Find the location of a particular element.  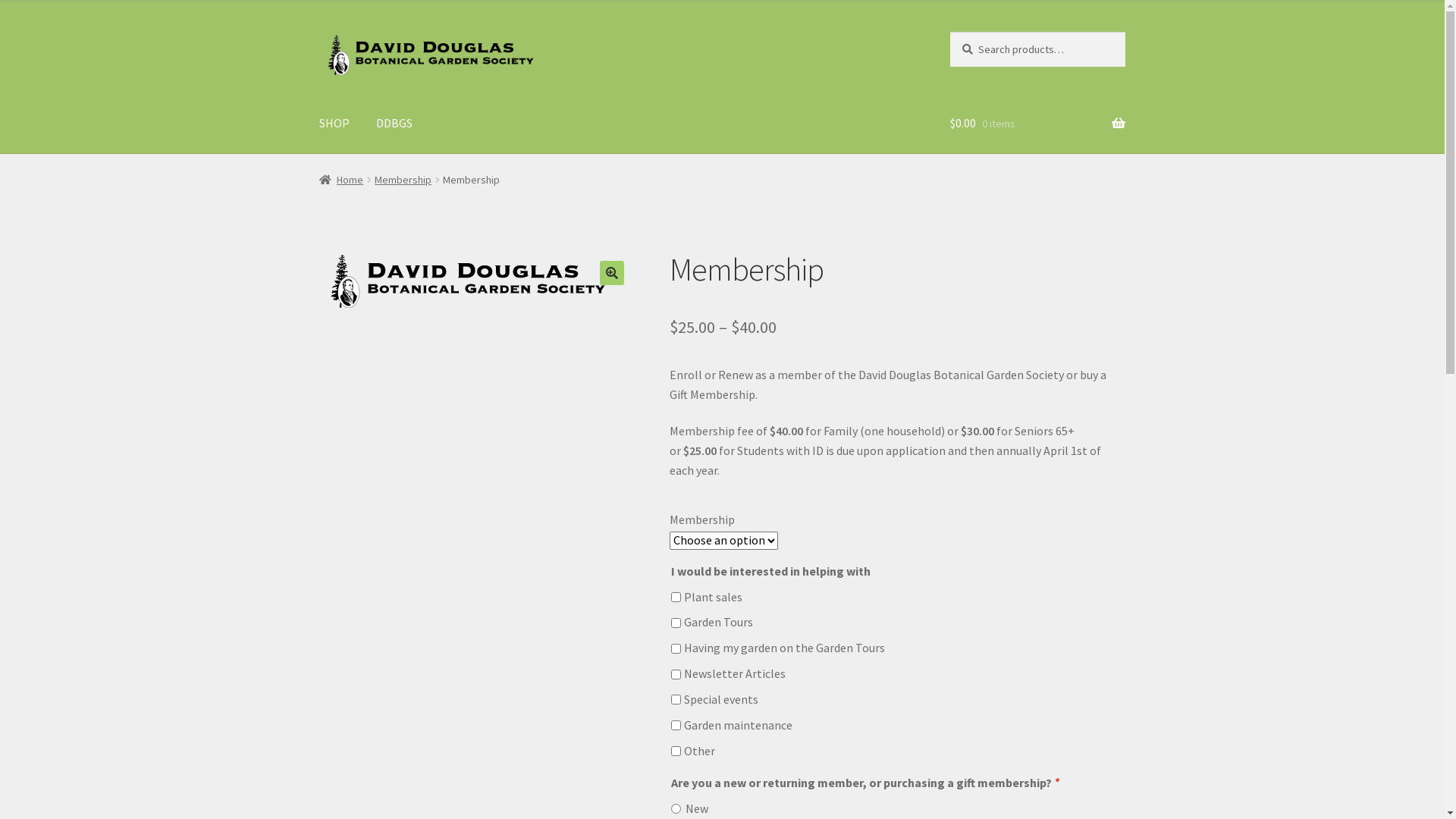

'DDBGS' is located at coordinates (394, 124).